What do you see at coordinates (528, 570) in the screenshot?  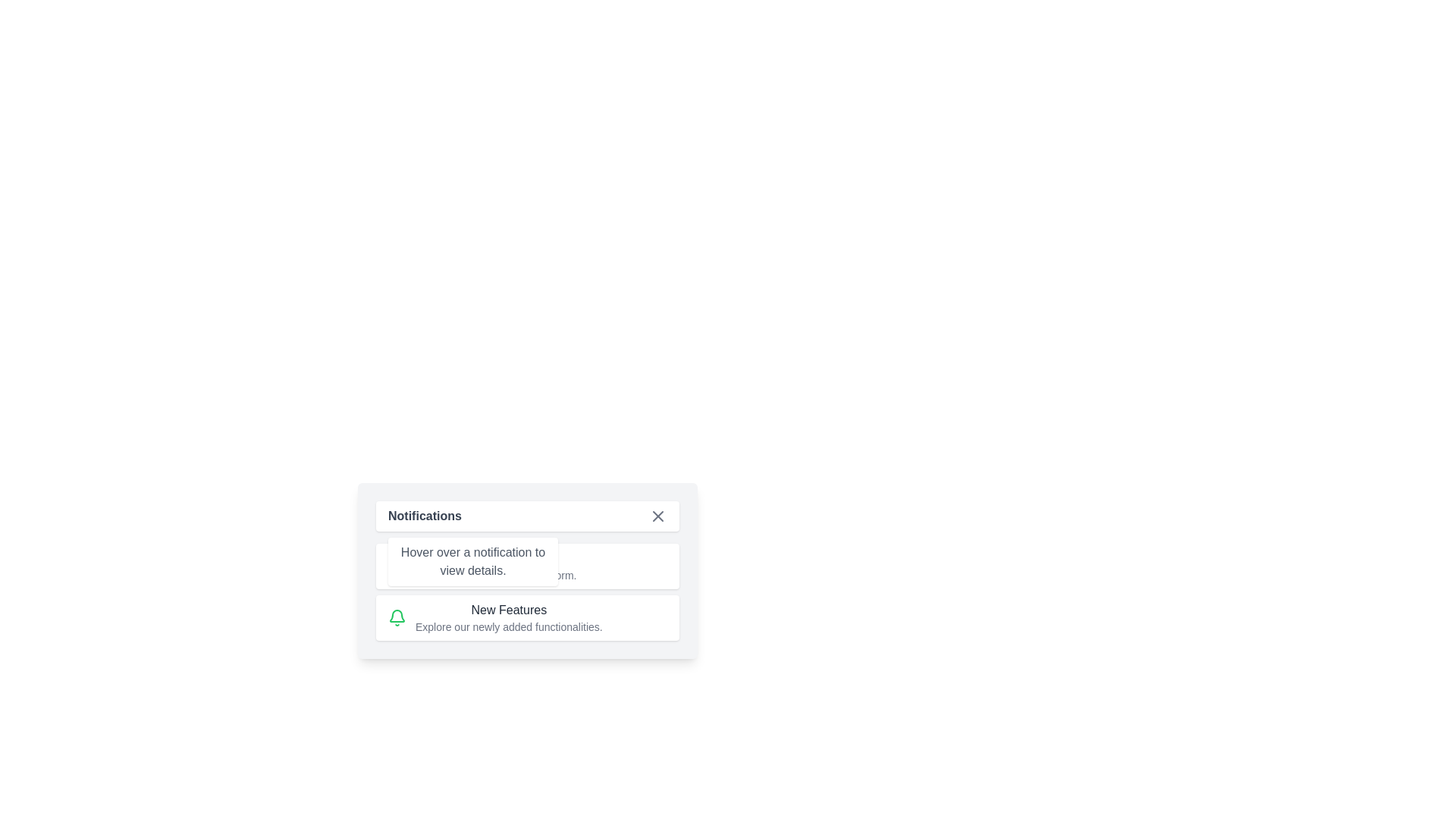 I see `the informational panel titled 'Notifications' which has a light gray background and rounded corners` at bounding box center [528, 570].